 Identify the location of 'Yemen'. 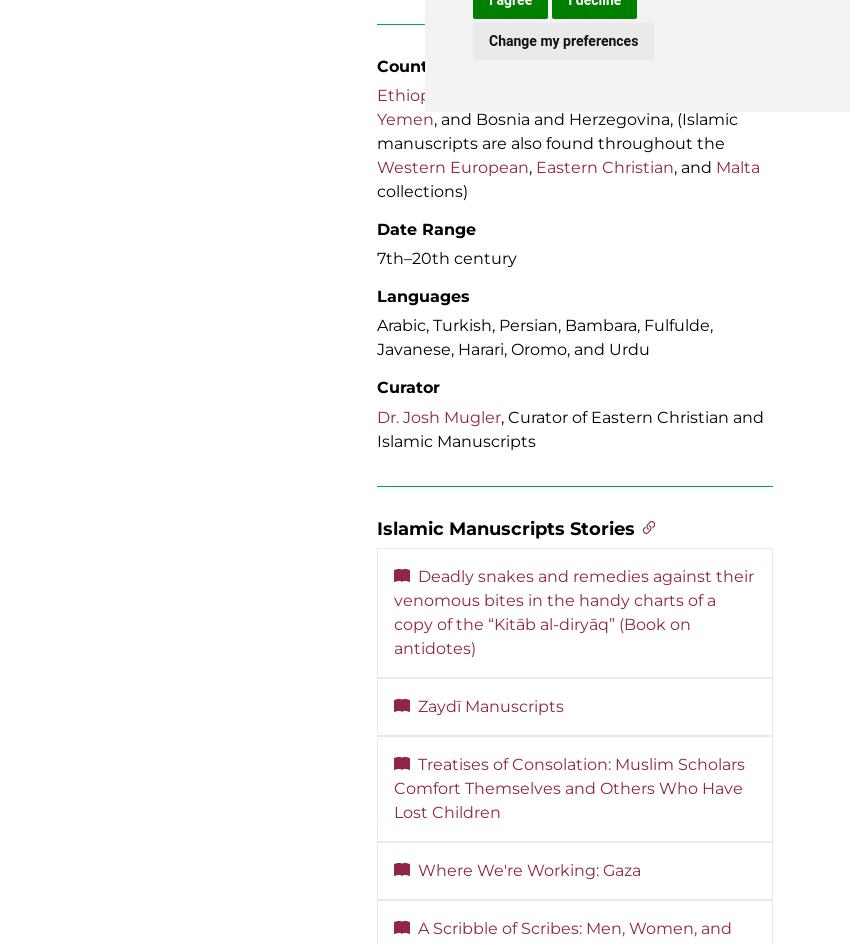
(405, 119).